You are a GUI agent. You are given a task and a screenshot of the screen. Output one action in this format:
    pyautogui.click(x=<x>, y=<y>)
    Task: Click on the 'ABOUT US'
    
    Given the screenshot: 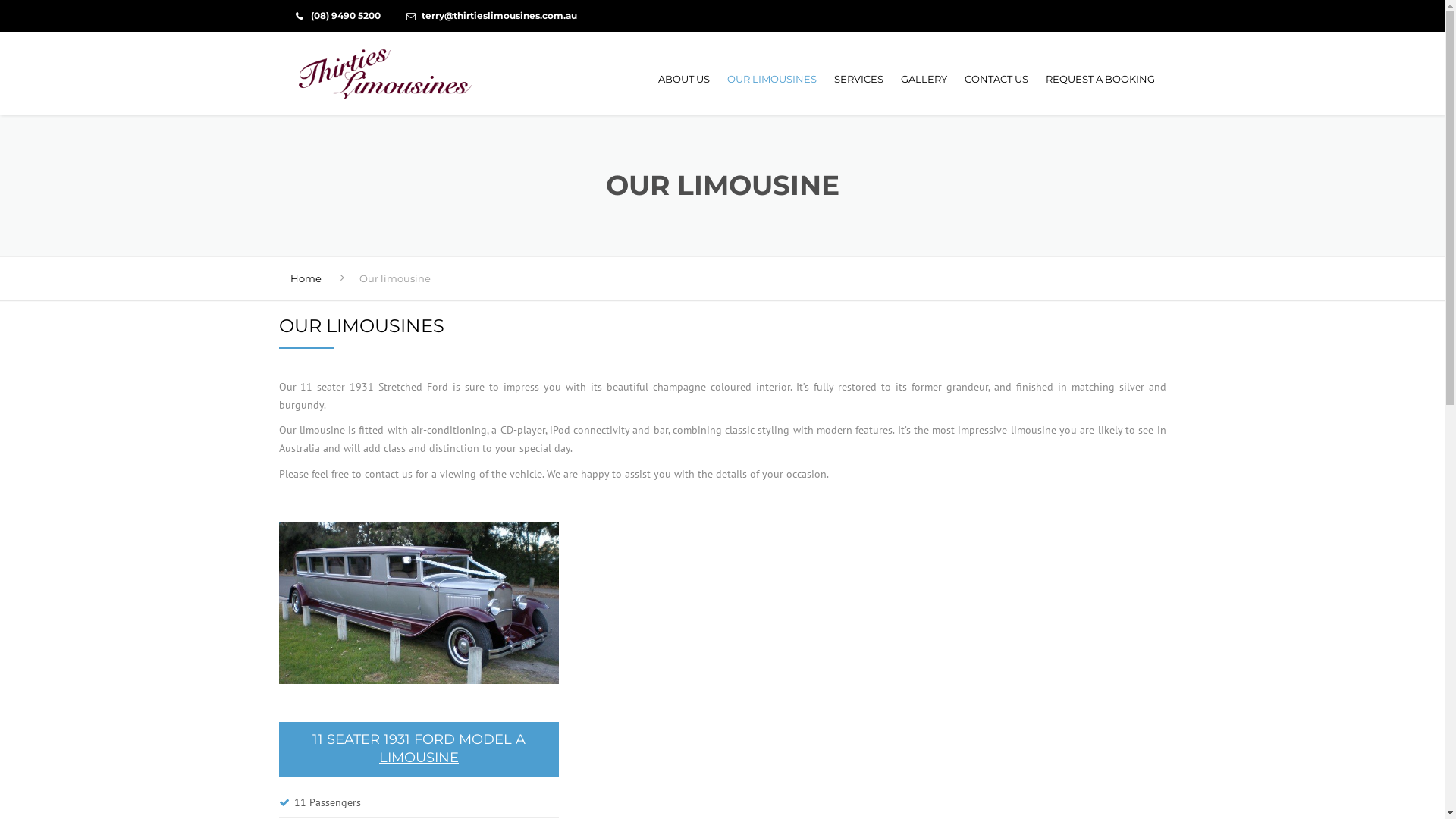 What is the action you would take?
    pyautogui.click(x=651, y=79)
    